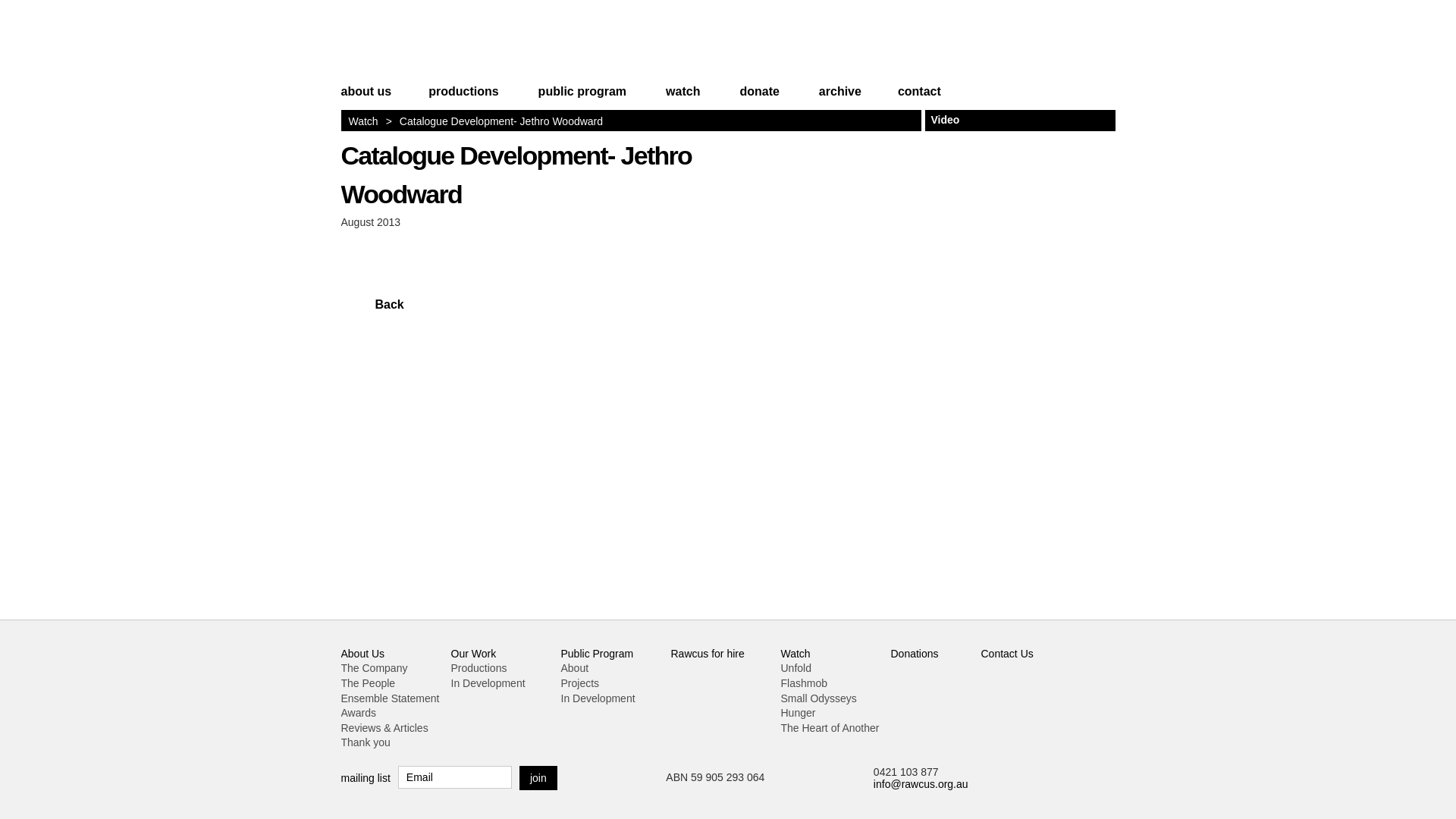 The height and width of the screenshot is (819, 1456). I want to click on 'Projects', so click(560, 683).